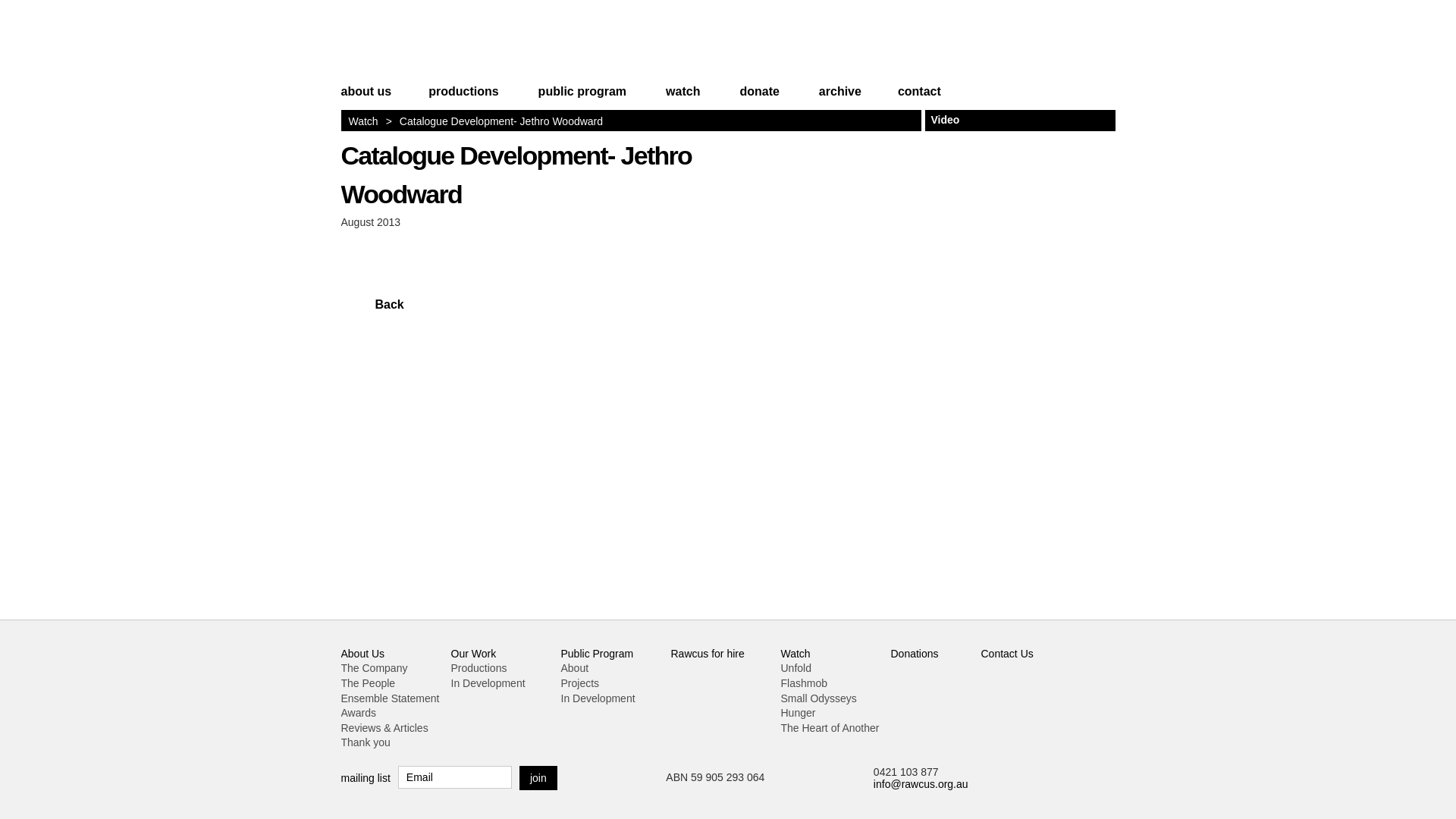 The height and width of the screenshot is (819, 1456). I want to click on 'Projects', so click(560, 683).